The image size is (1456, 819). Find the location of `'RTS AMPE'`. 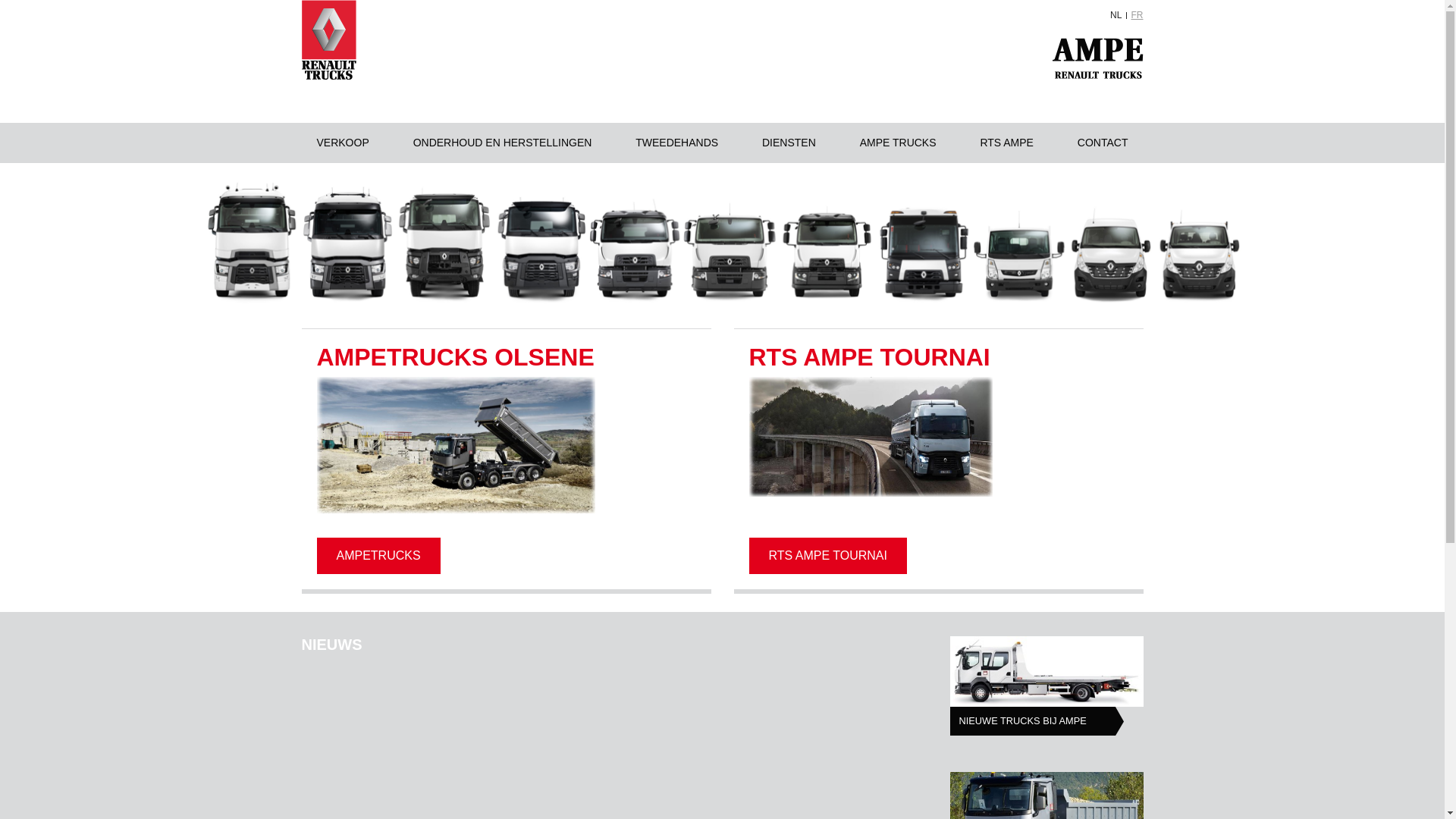

'RTS AMPE' is located at coordinates (1006, 143).